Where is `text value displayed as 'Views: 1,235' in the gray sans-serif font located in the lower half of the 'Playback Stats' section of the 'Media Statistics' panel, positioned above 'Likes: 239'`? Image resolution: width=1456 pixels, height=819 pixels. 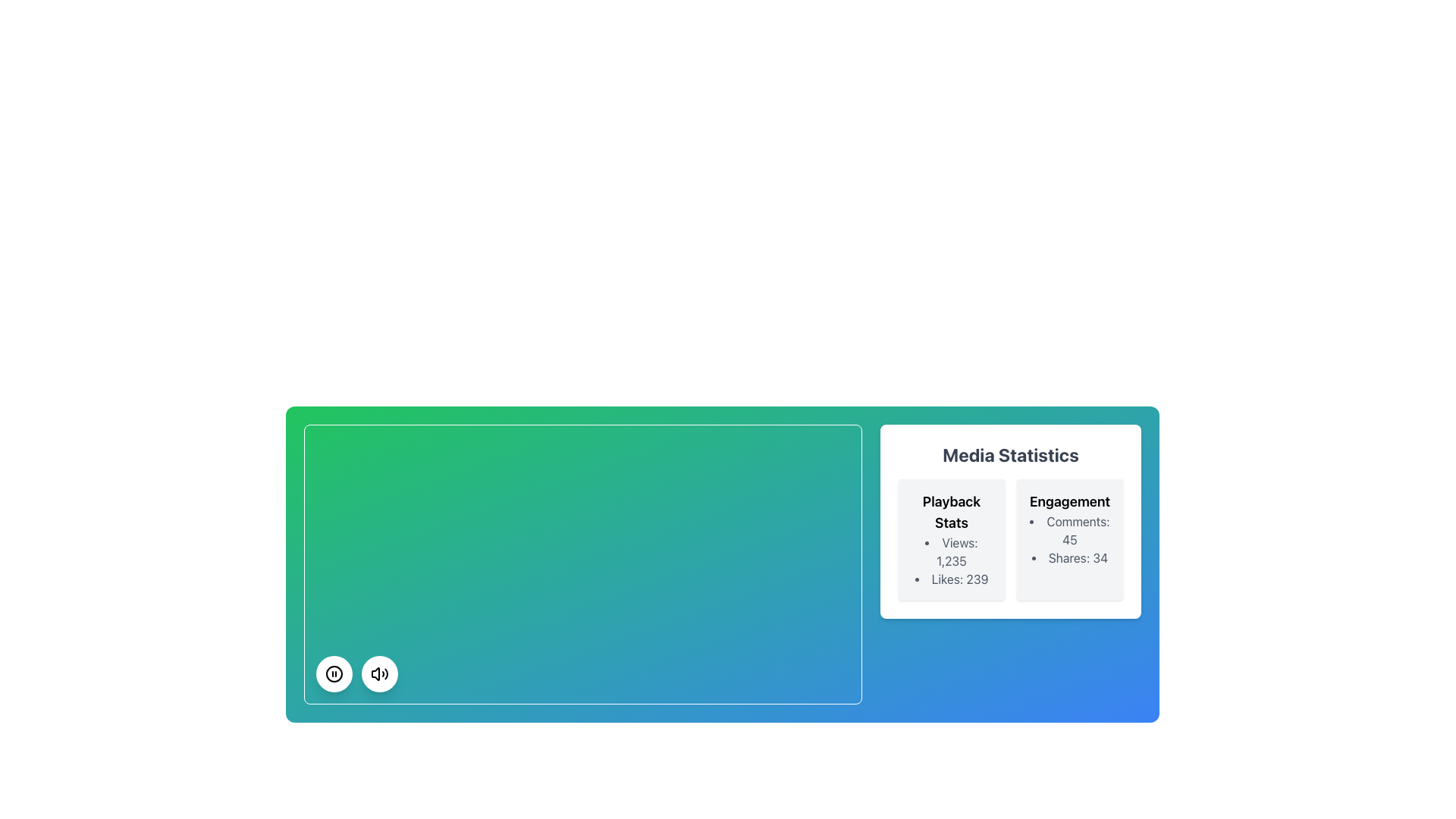
text value displayed as 'Views: 1,235' in the gray sans-serif font located in the lower half of the 'Playback Stats' section of the 'Media Statistics' panel, positioned above 'Likes: 239' is located at coordinates (950, 552).